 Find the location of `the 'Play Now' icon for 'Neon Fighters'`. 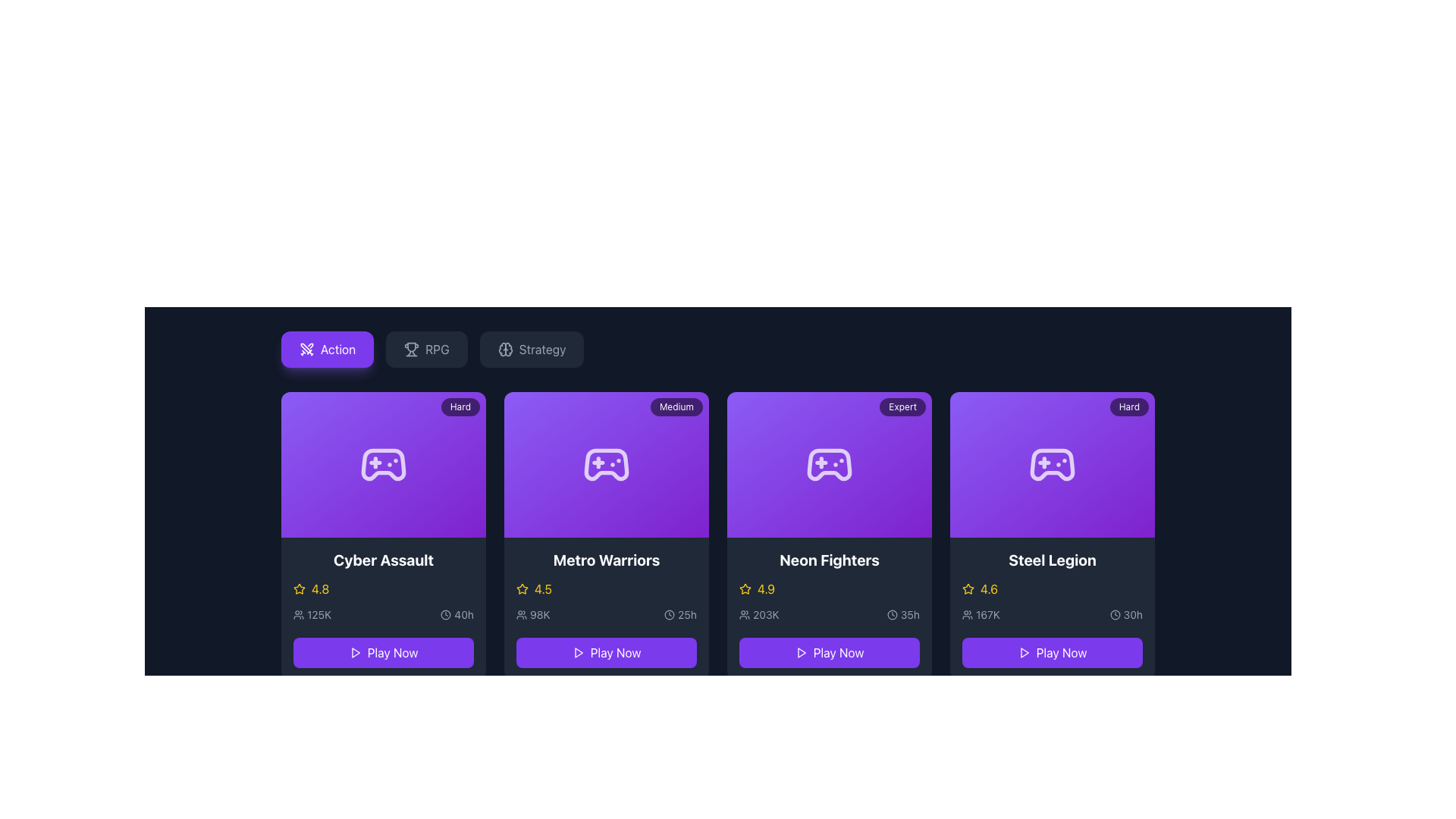

the 'Play Now' icon for 'Neon Fighters' is located at coordinates (800, 651).